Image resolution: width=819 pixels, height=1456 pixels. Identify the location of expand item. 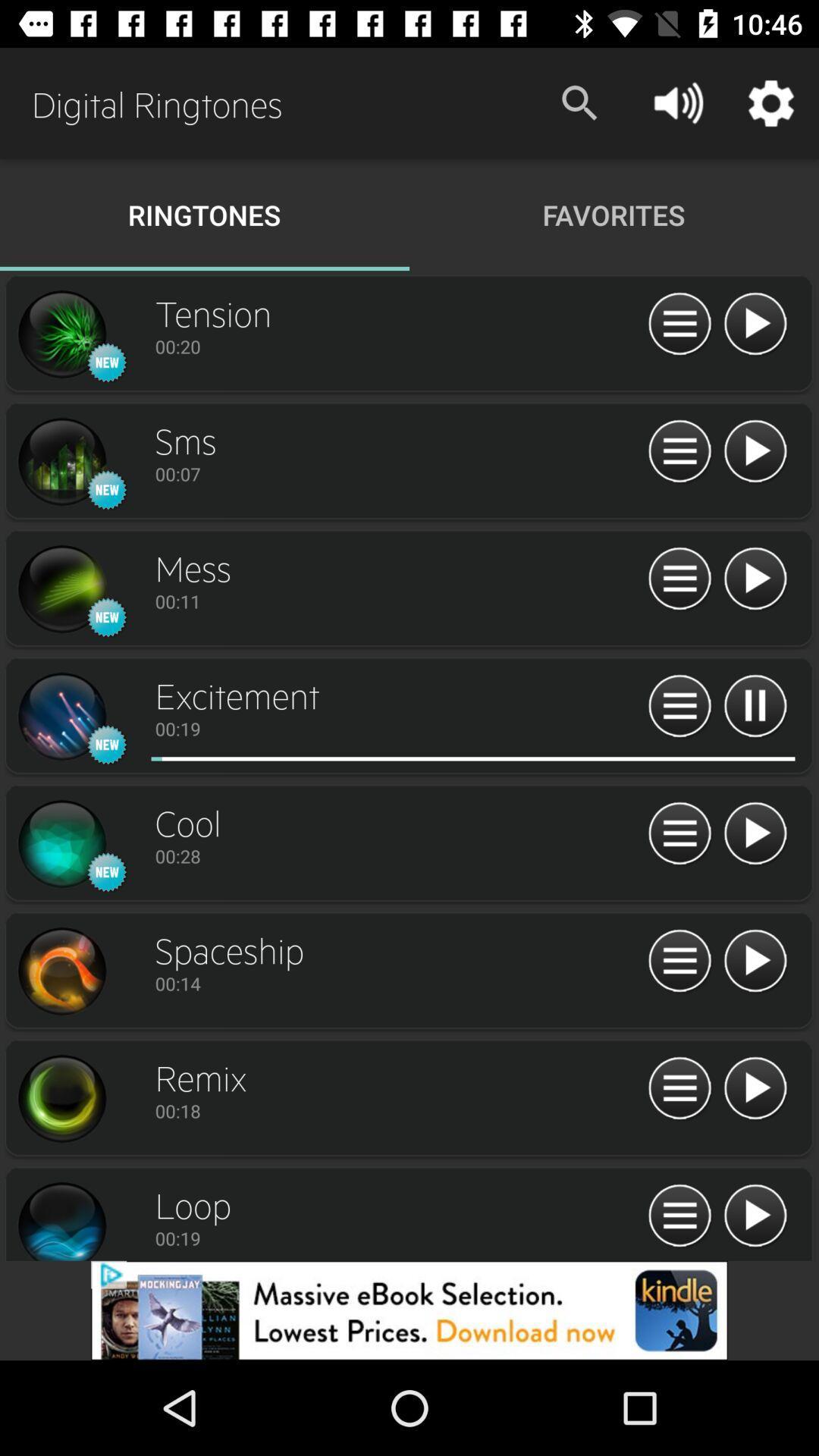
(679, 833).